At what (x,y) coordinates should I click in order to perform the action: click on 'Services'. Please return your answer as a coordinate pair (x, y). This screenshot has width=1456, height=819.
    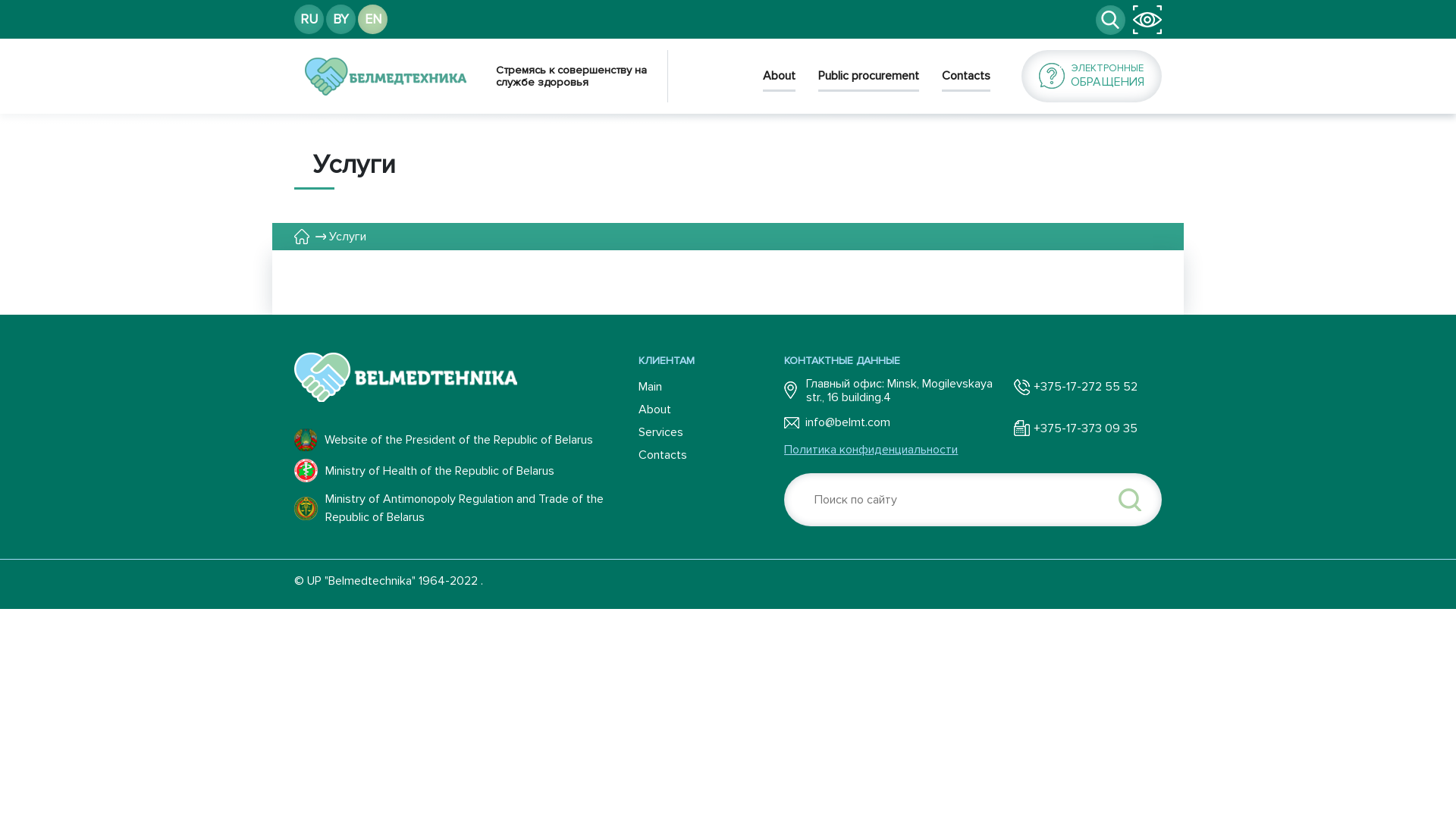
    Looking at the image, I should click on (710, 432).